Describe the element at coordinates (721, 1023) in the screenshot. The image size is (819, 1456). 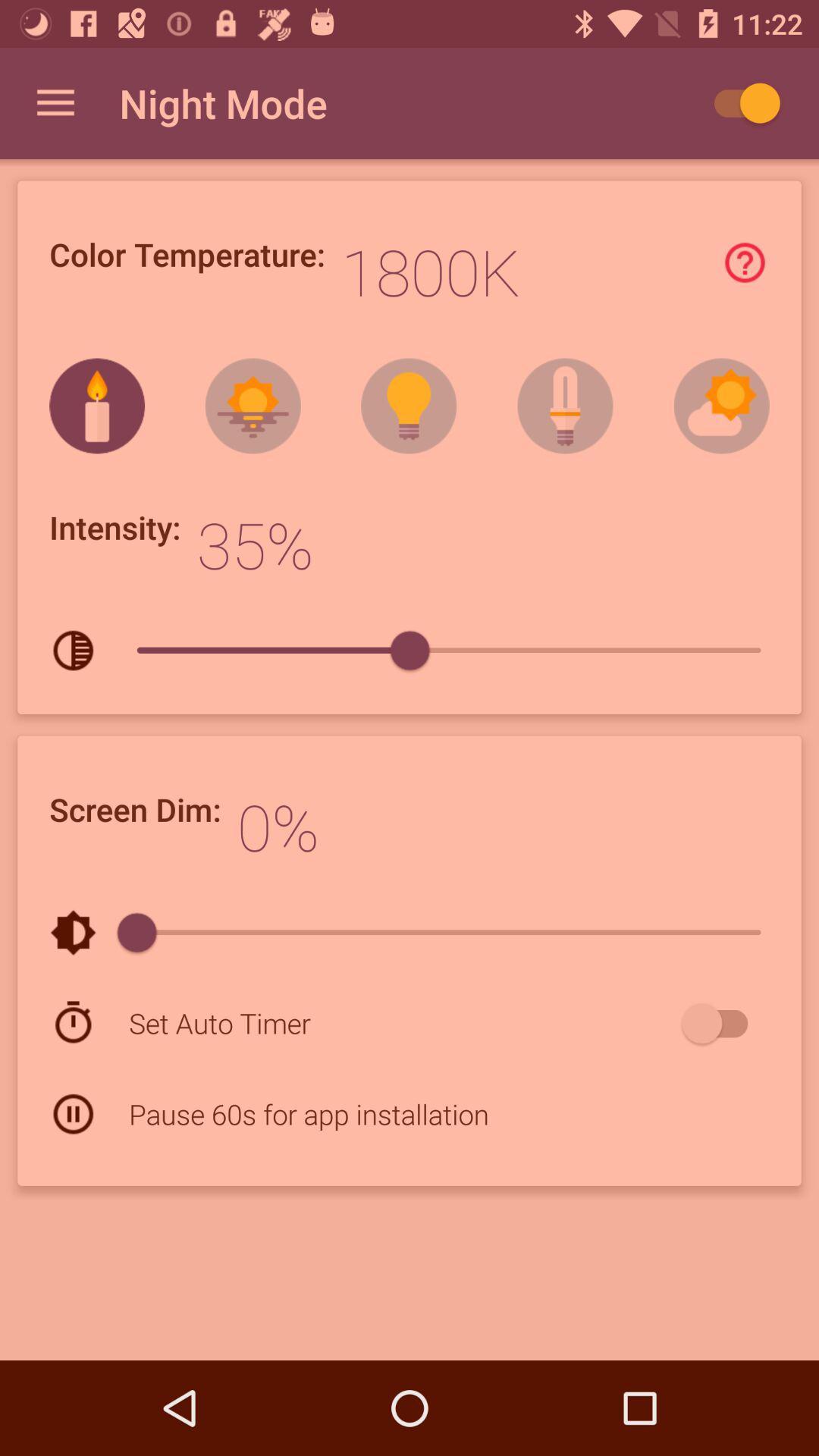
I see `the item to the right of set auto timer item` at that location.